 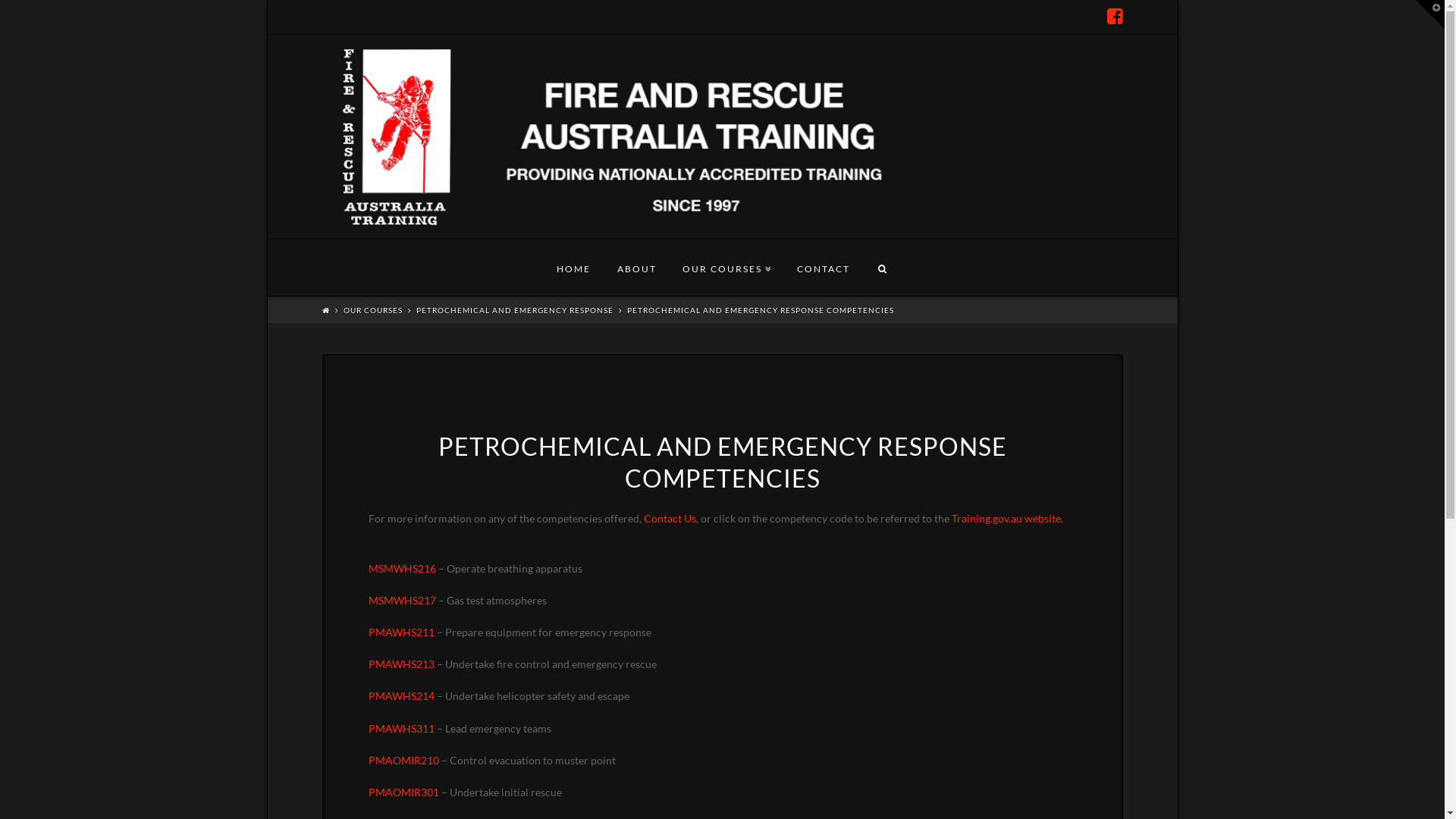 I want to click on 'MSMWHS216', so click(x=402, y=577).